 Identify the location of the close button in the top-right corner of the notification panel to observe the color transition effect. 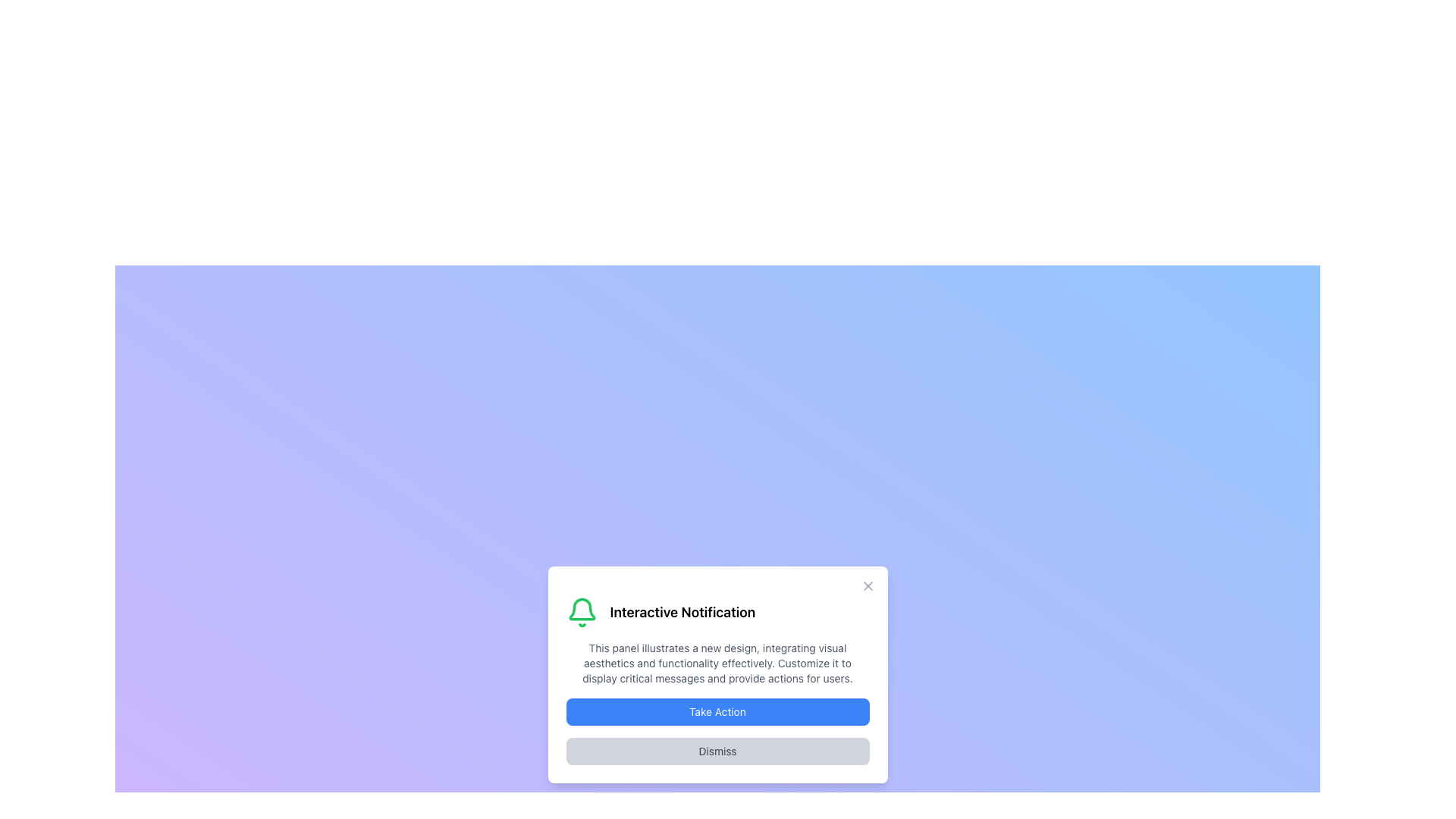
(868, 585).